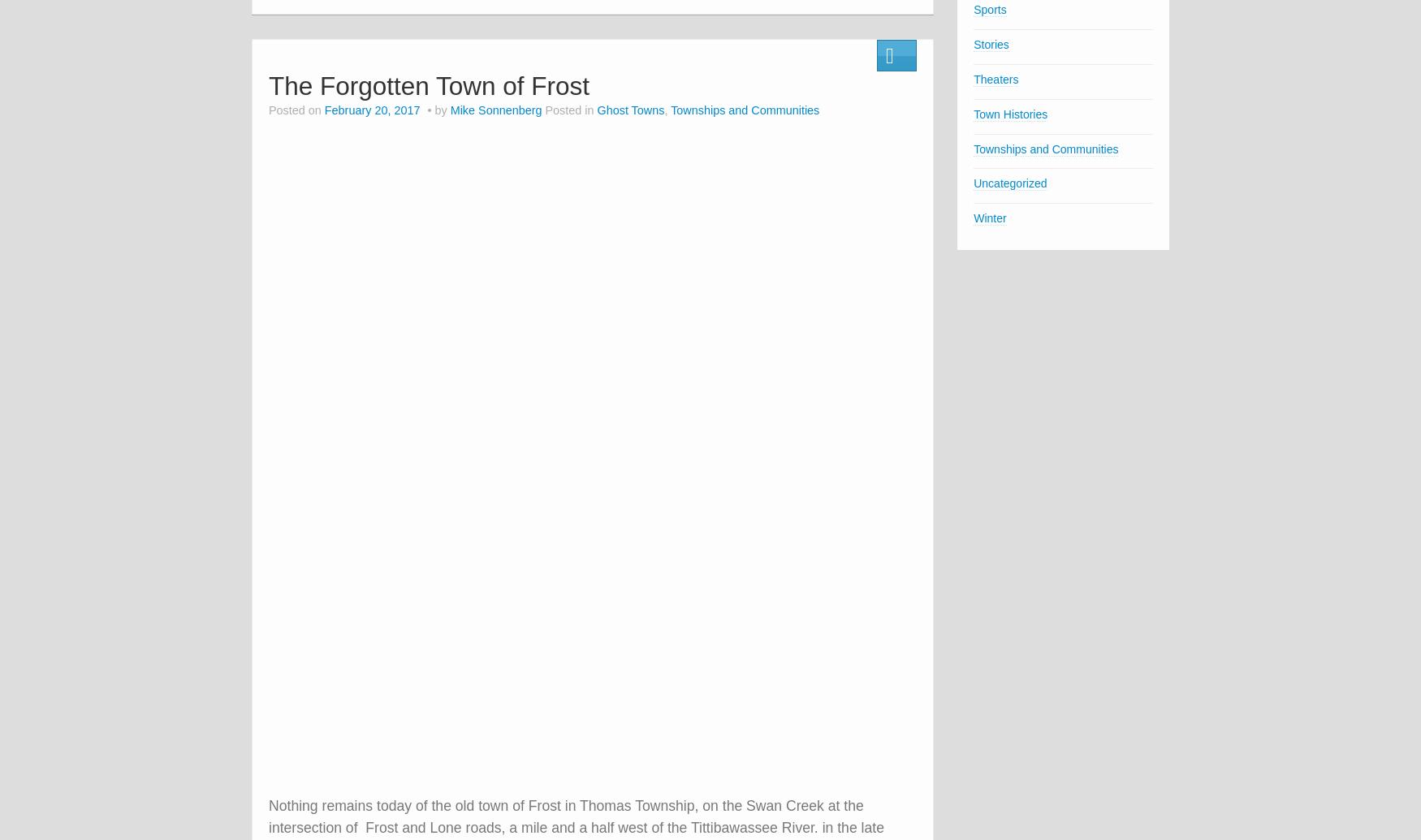 The image size is (1421, 840). What do you see at coordinates (1010, 114) in the screenshot?
I see `'Town Histories'` at bounding box center [1010, 114].